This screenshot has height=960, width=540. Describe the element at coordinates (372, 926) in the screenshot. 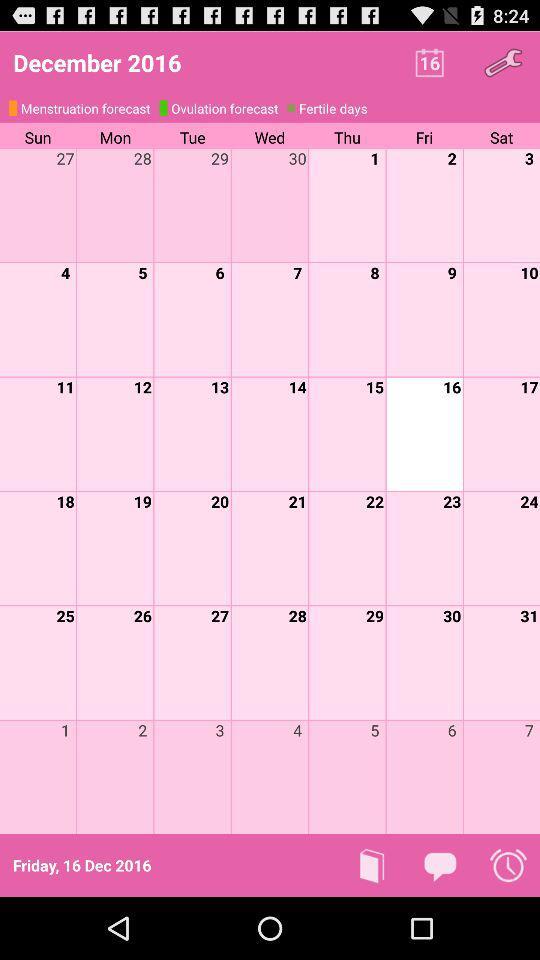

I see `the book icon` at that location.